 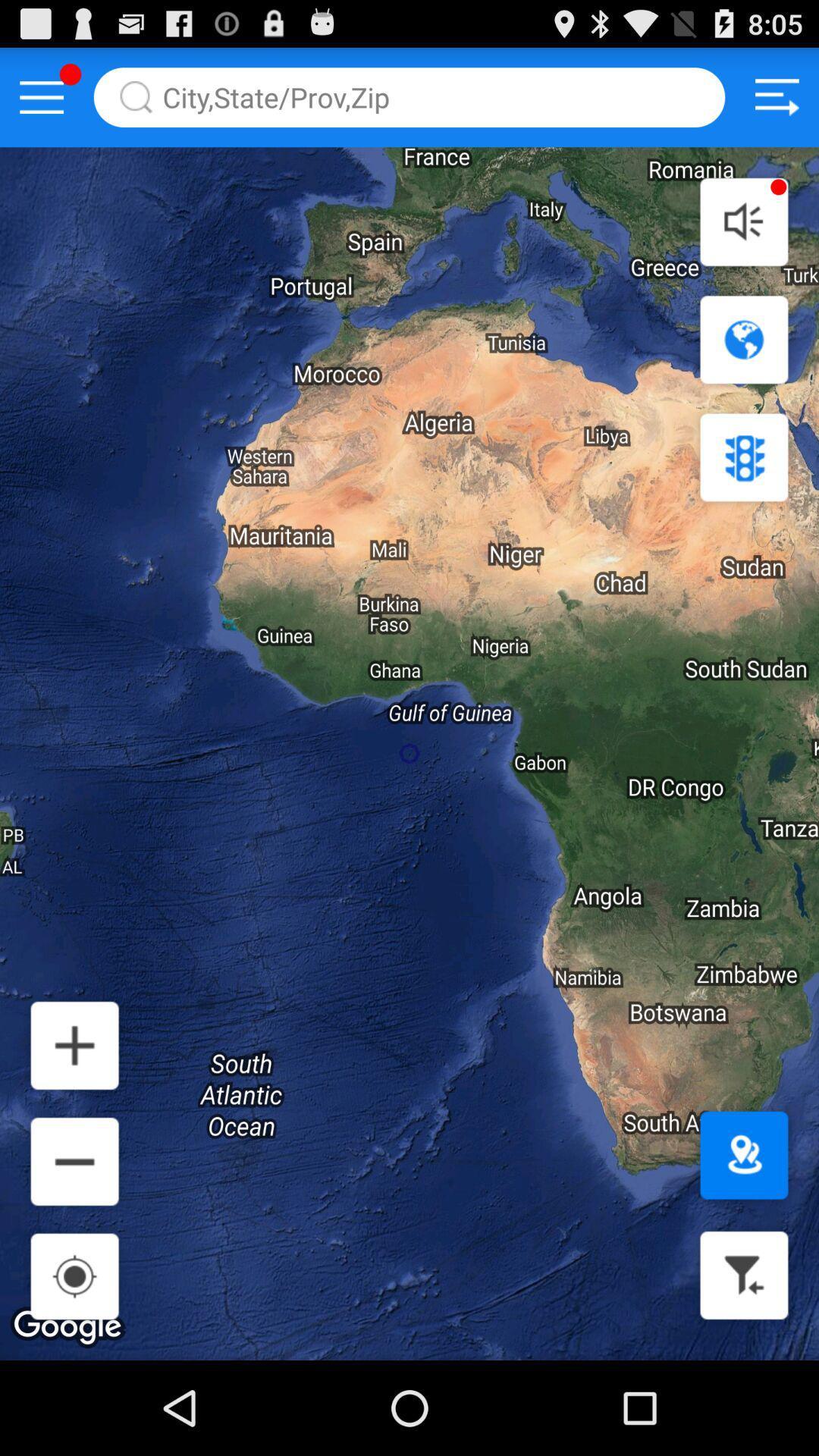 What do you see at coordinates (74, 1160) in the screenshot?
I see `decrease zoom` at bounding box center [74, 1160].